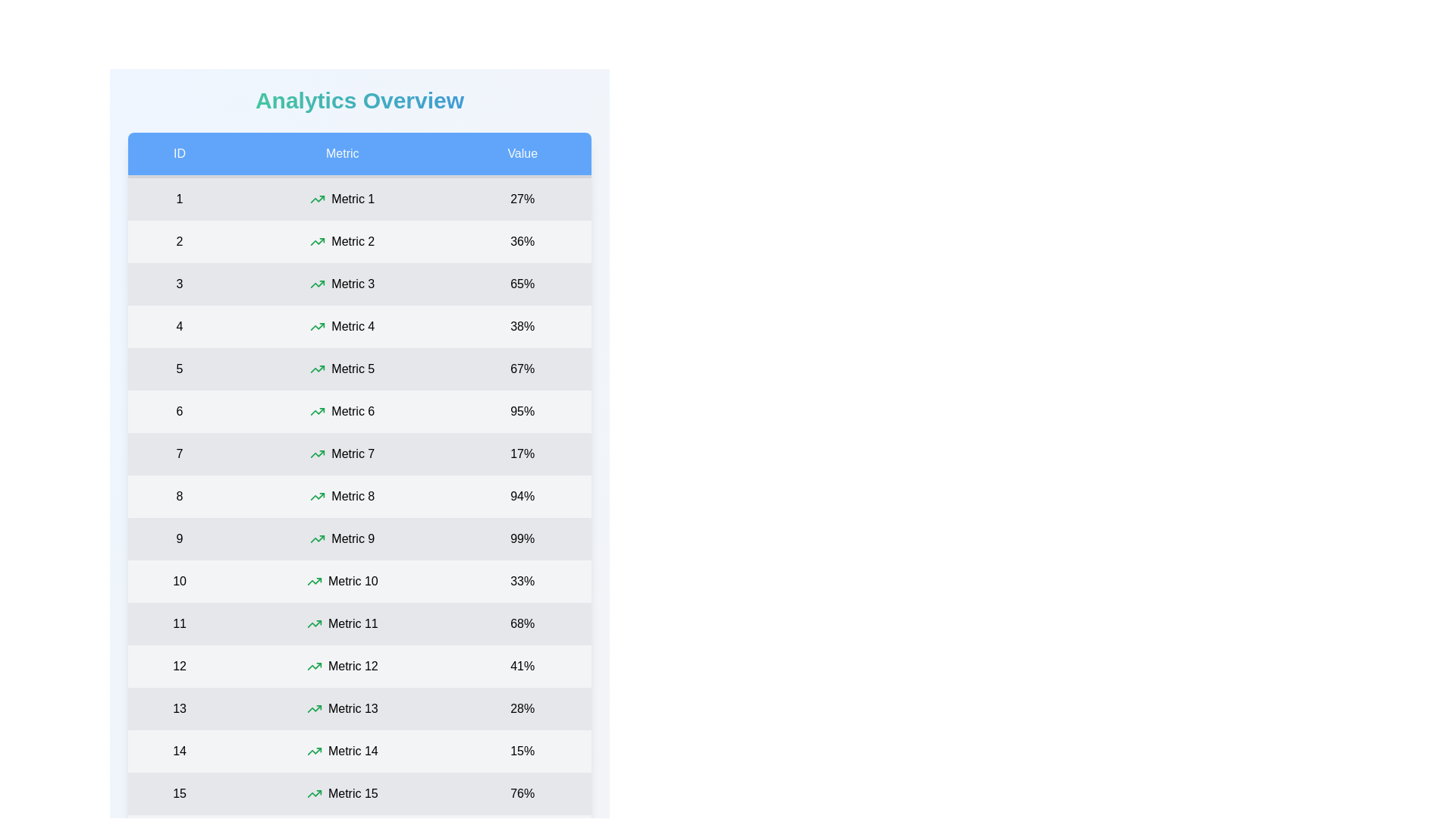  Describe the element at coordinates (522, 155) in the screenshot. I see `the column header 'Value' to sort the table by that column` at that location.